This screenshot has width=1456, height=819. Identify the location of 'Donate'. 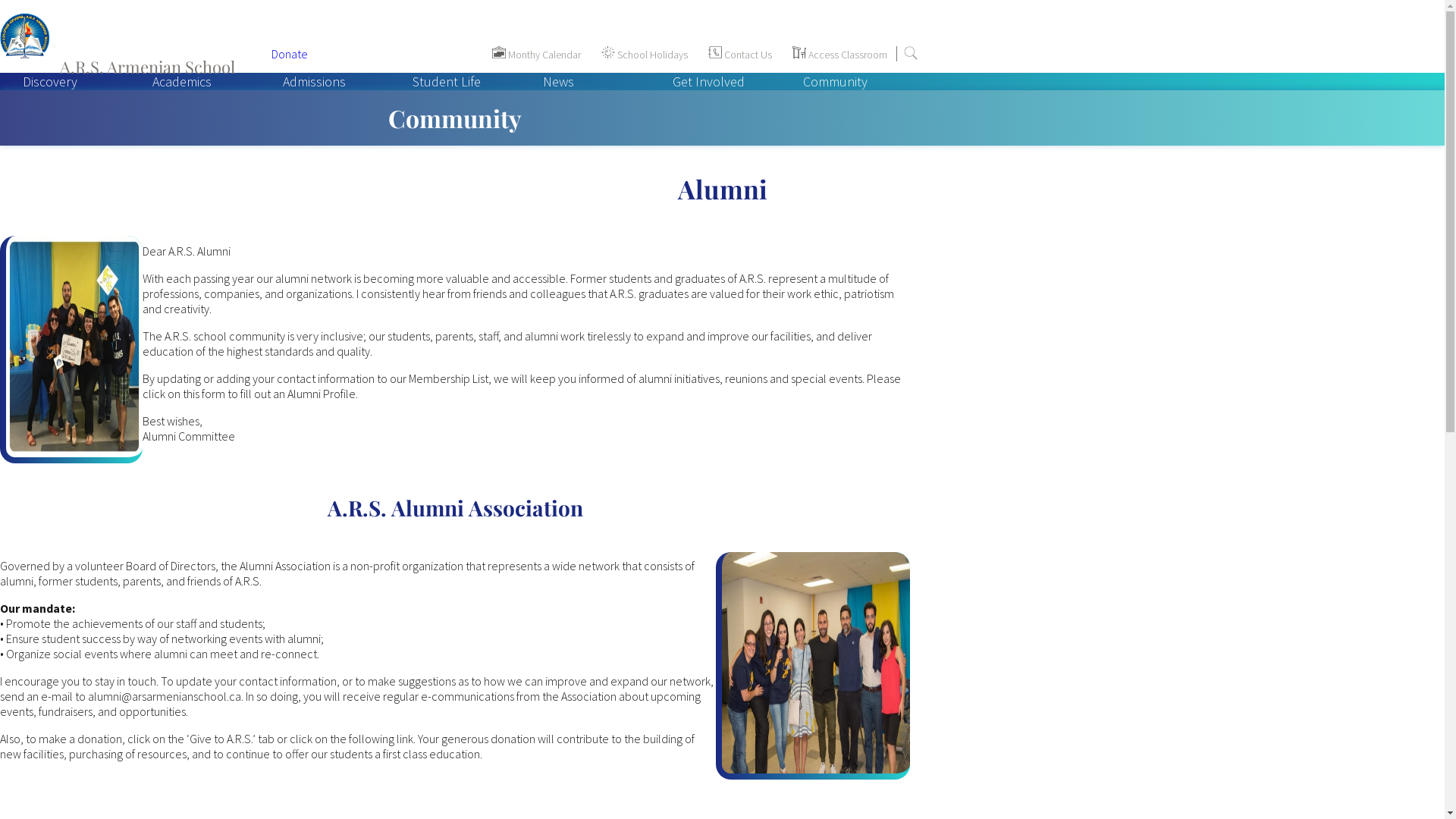
(271, 52).